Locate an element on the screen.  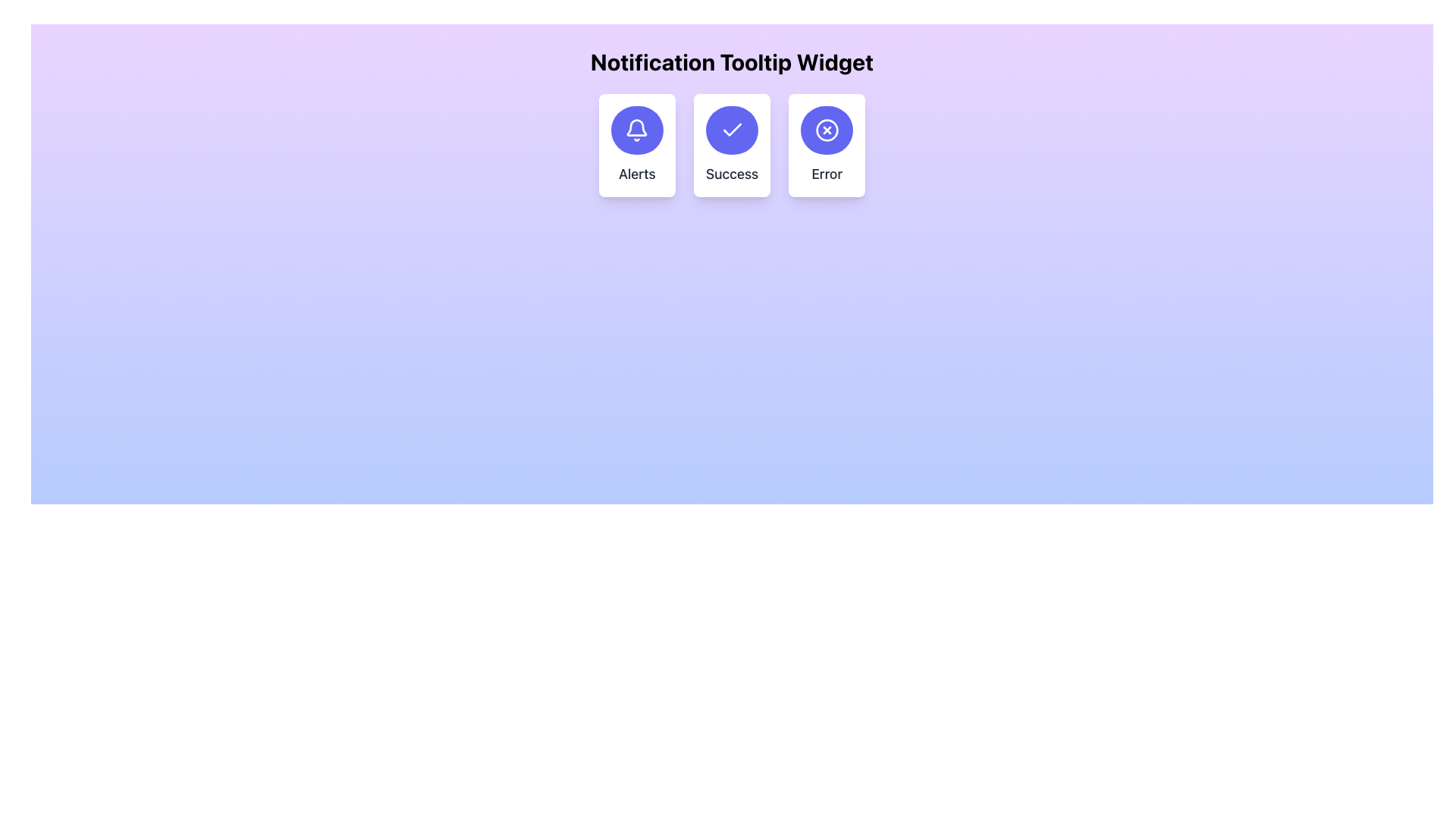
the bell-shaped icon outlined in white, located within a purple circular background, which is the leftmost icon in the 'Alerts' section is located at coordinates (637, 130).